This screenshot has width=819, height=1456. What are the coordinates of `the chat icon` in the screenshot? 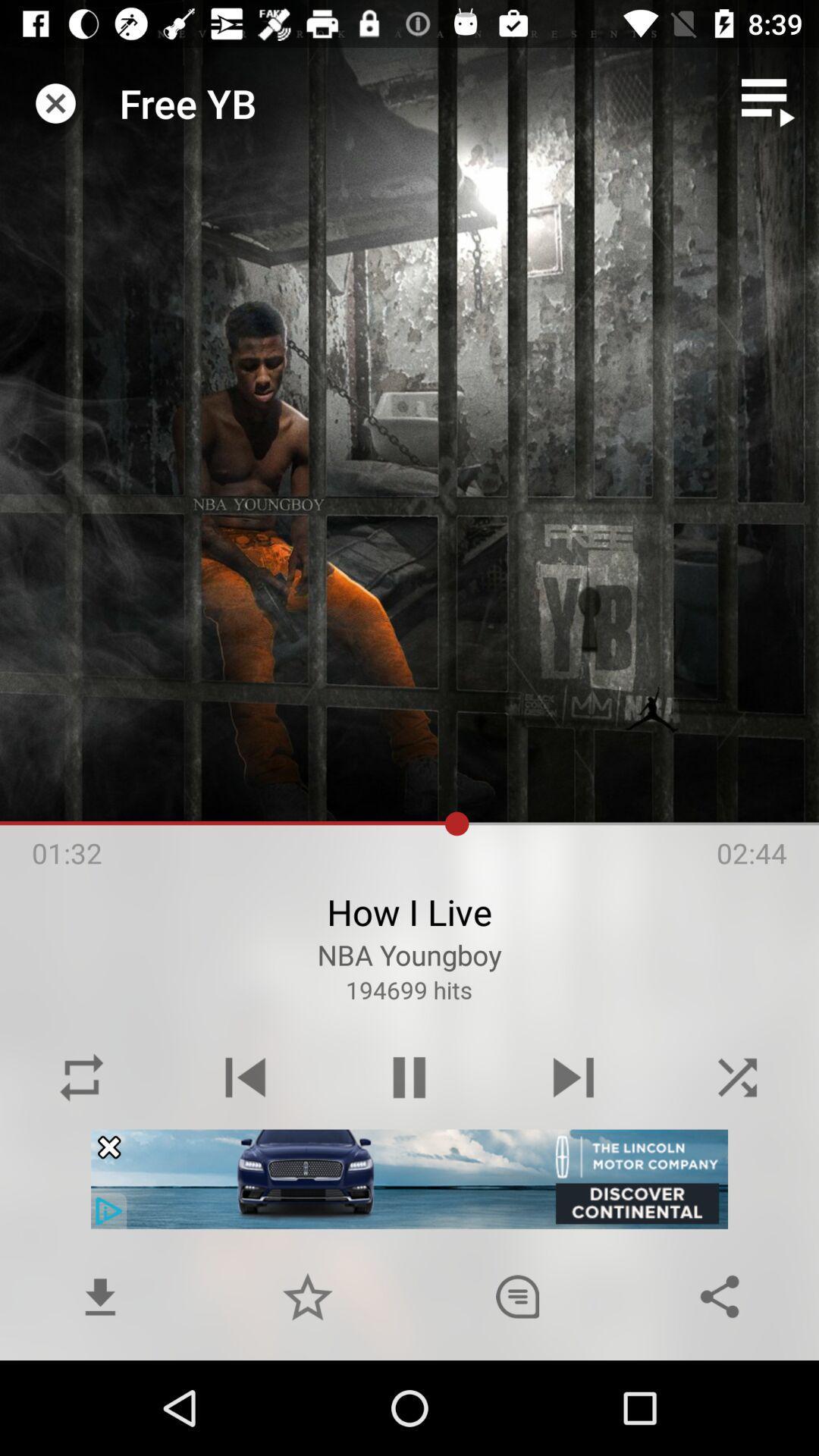 It's located at (516, 1295).